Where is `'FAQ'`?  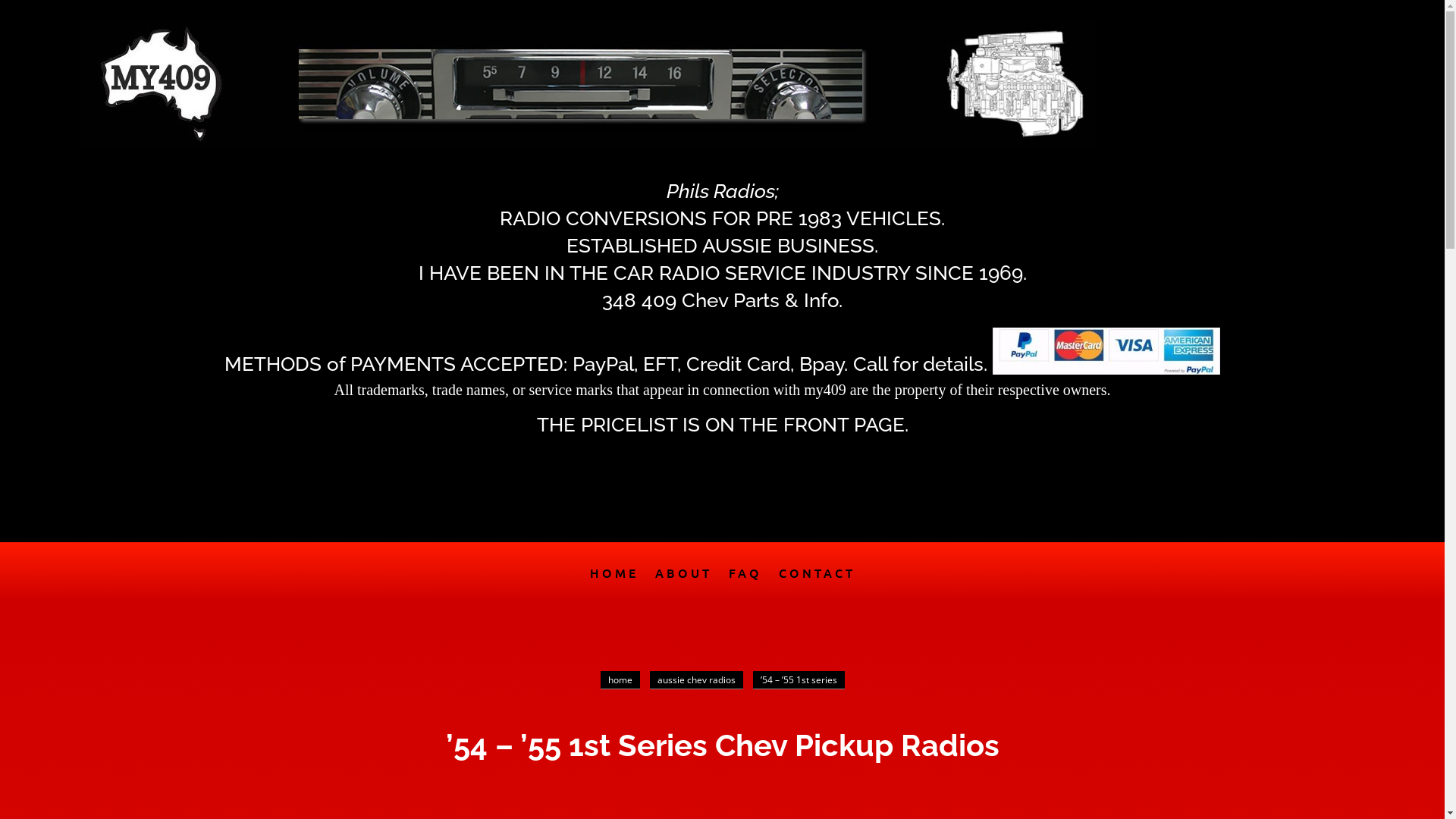
'FAQ' is located at coordinates (728, 582).